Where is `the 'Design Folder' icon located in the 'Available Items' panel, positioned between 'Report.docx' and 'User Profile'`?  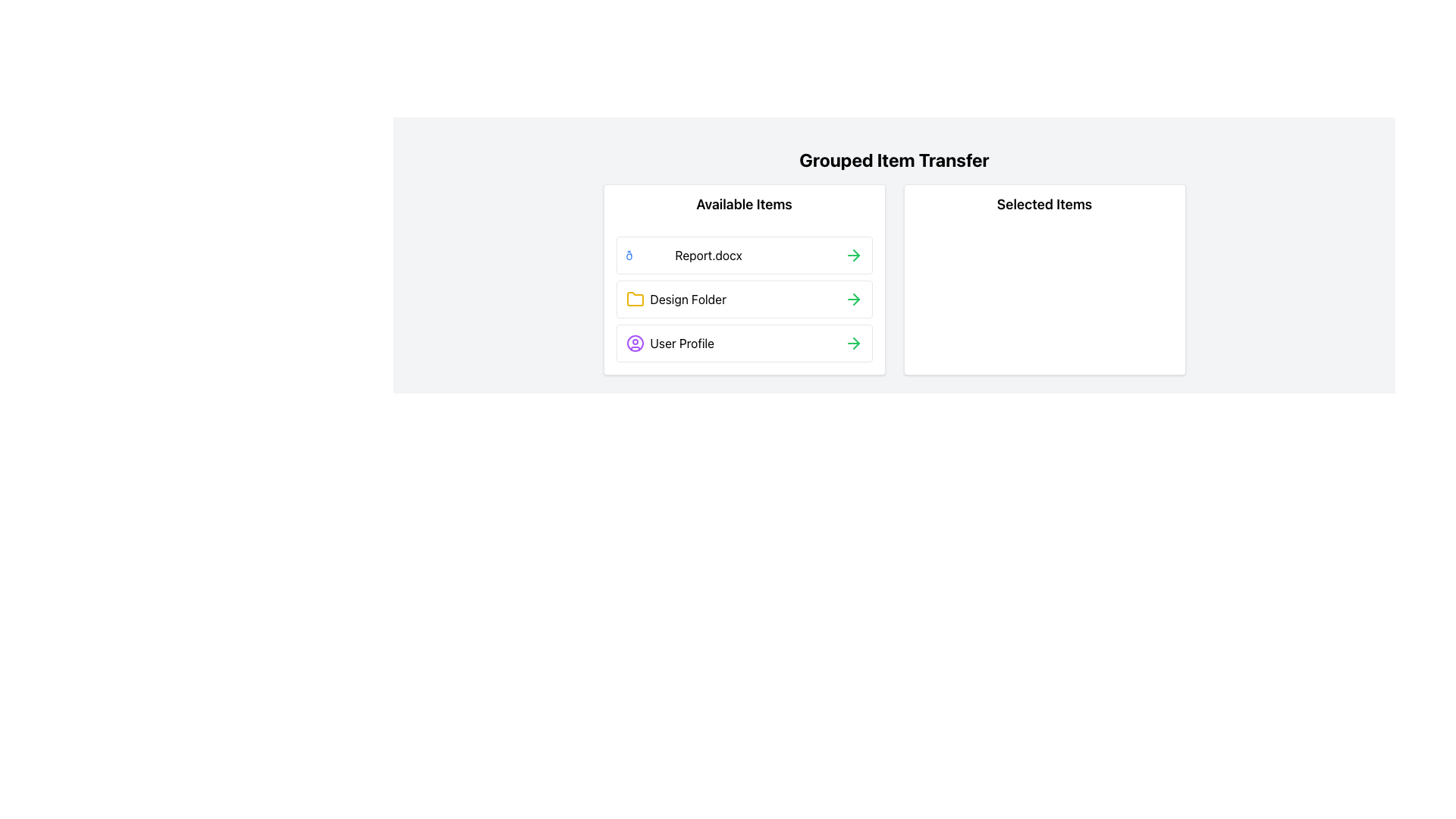 the 'Design Folder' icon located in the 'Available Items' panel, positioned between 'Report.docx' and 'User Profile' is located at coordinates (635, 299).